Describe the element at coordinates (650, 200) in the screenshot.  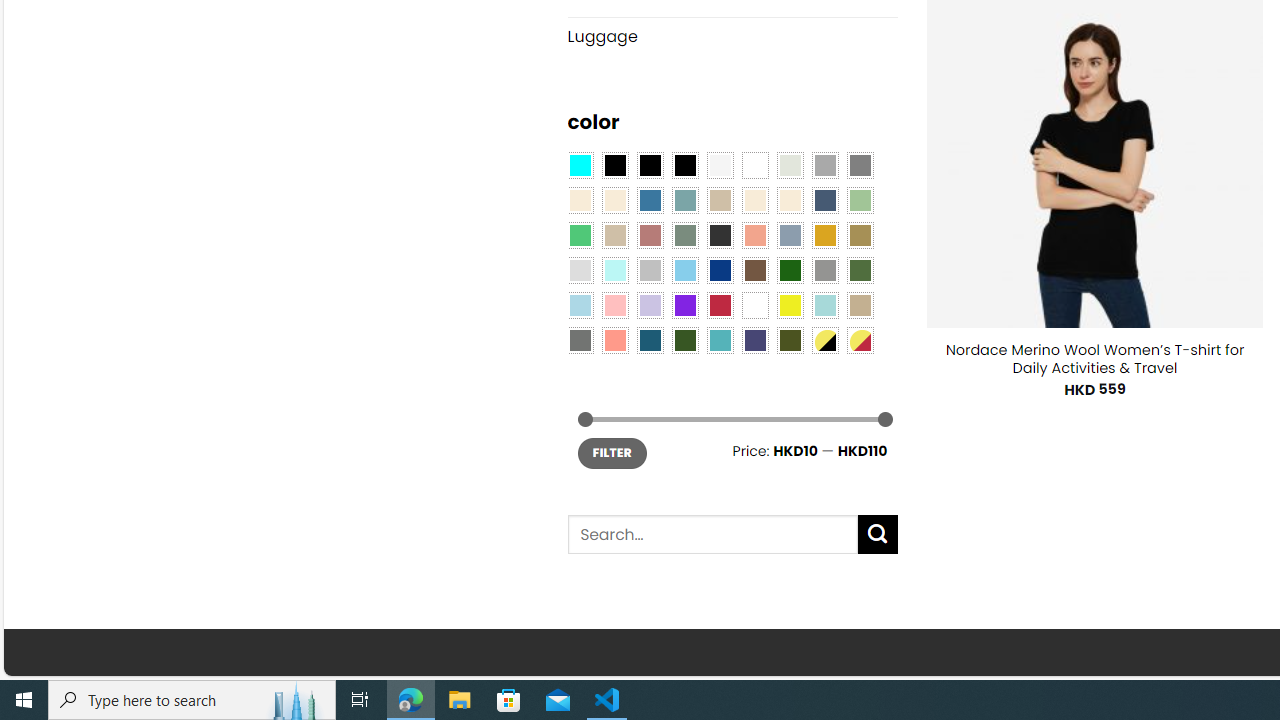
I see `'Blue'` at that location.